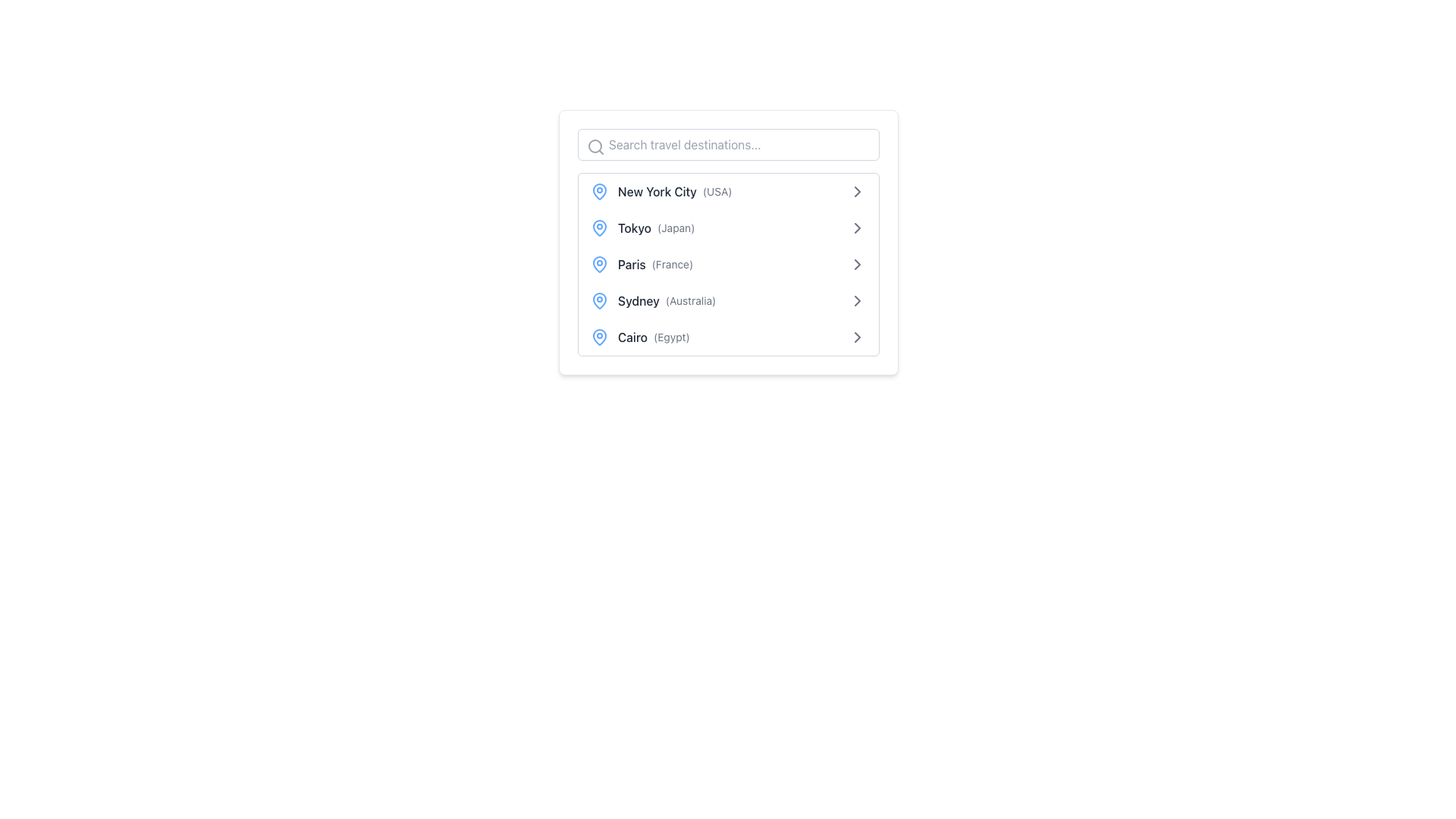  What do you see at coordinates (858, 263) in the screenshot?
I see `the small triangular arrow icon pointing to the right, located on the right side of the row containing the text 'Paris (France)'` at bounding box center [858, 263].